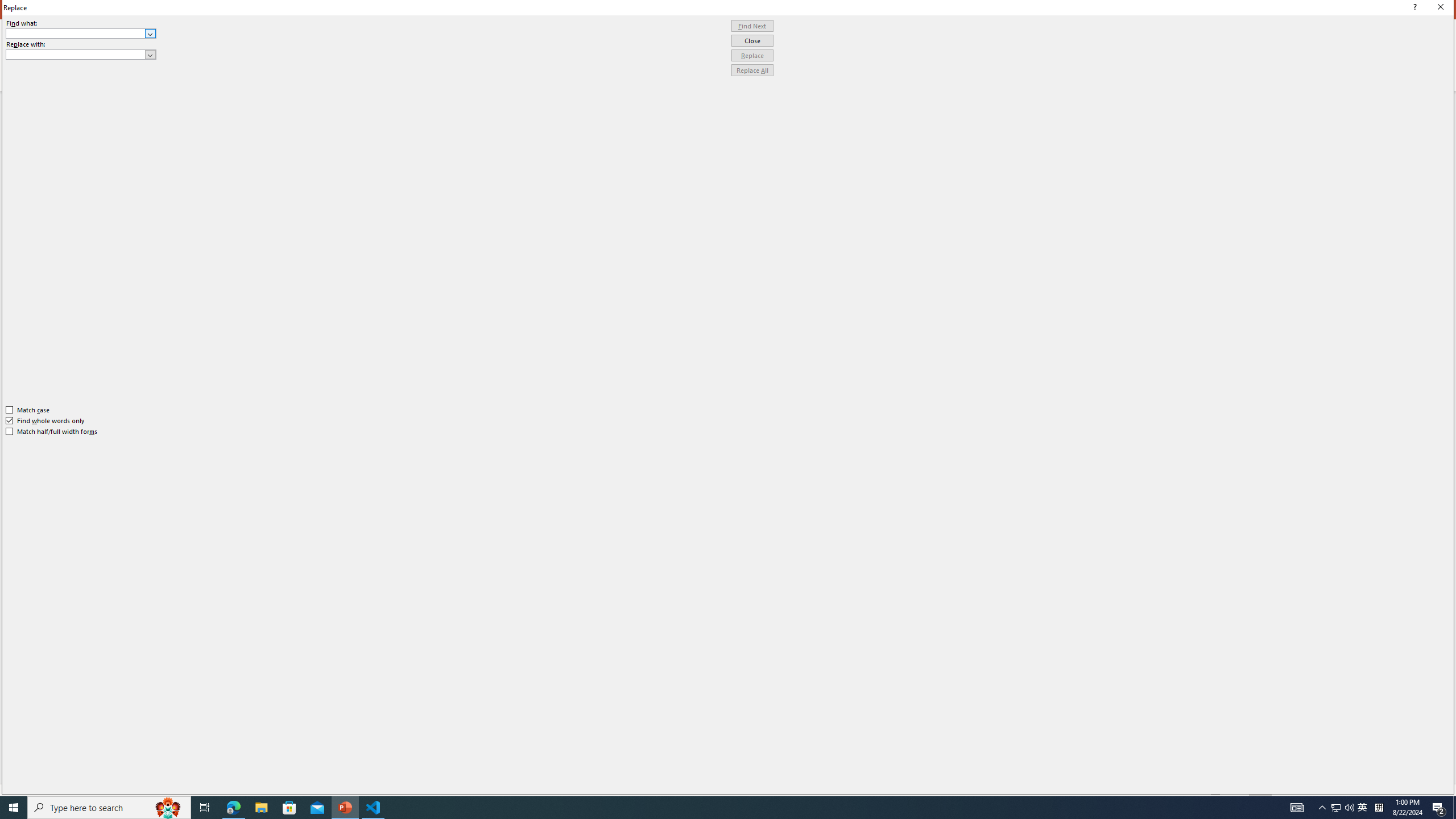 This screenshot has height=819, width=1456. What do you see at coordinates (752, 26) in the screenshot?
I see `'Find Next'` at bounding box center [752, 26].